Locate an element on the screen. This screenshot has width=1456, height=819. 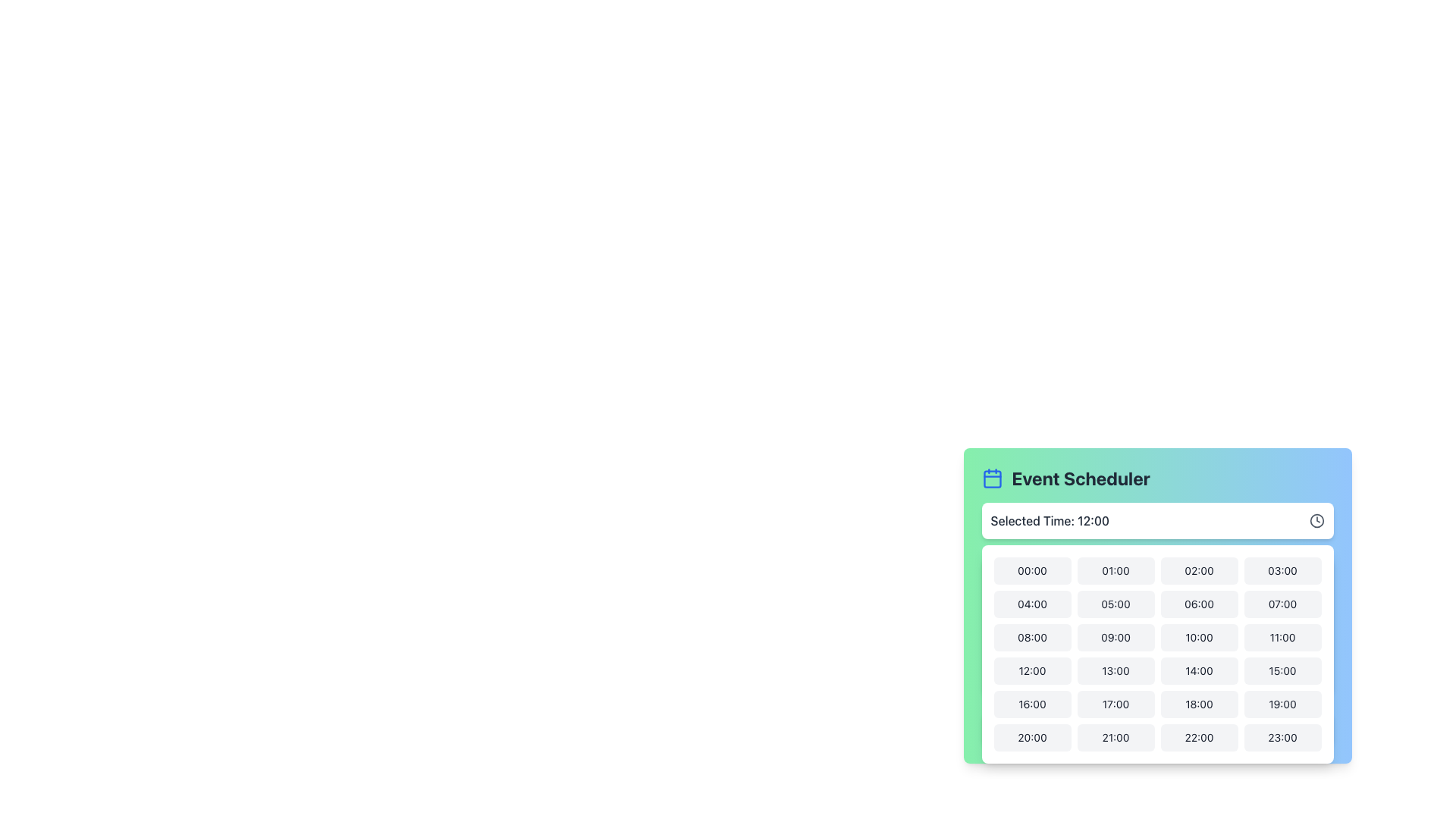
the time slot selector button for '13:00' in the Event Scheduler dialog box is located at coordinates (1116, 670).